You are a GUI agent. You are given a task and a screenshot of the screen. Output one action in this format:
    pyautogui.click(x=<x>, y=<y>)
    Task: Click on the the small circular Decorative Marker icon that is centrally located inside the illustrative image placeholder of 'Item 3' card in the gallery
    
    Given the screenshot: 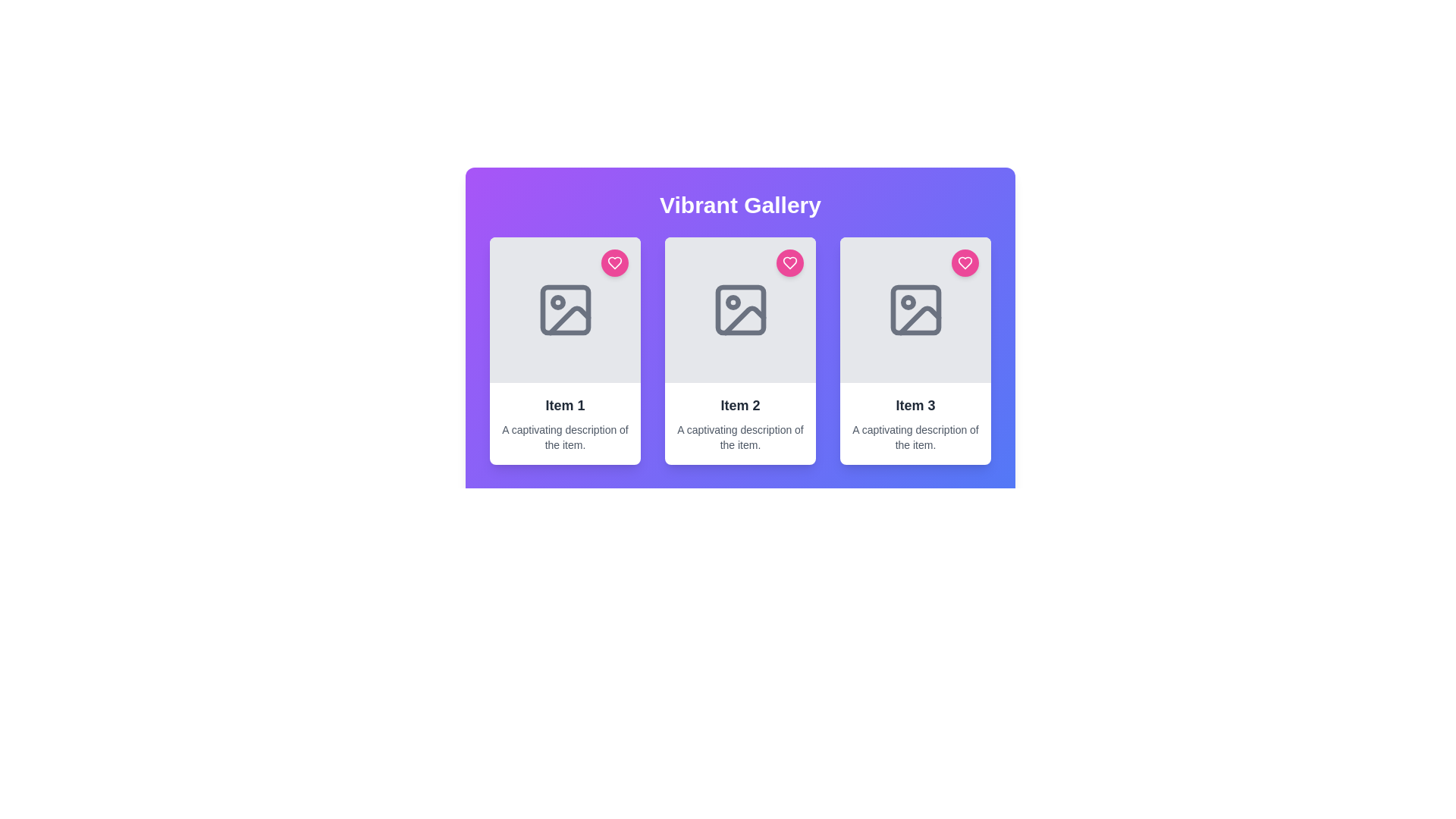 What is the action you would take?
    pyautogui.click(x=908, y=302)
    